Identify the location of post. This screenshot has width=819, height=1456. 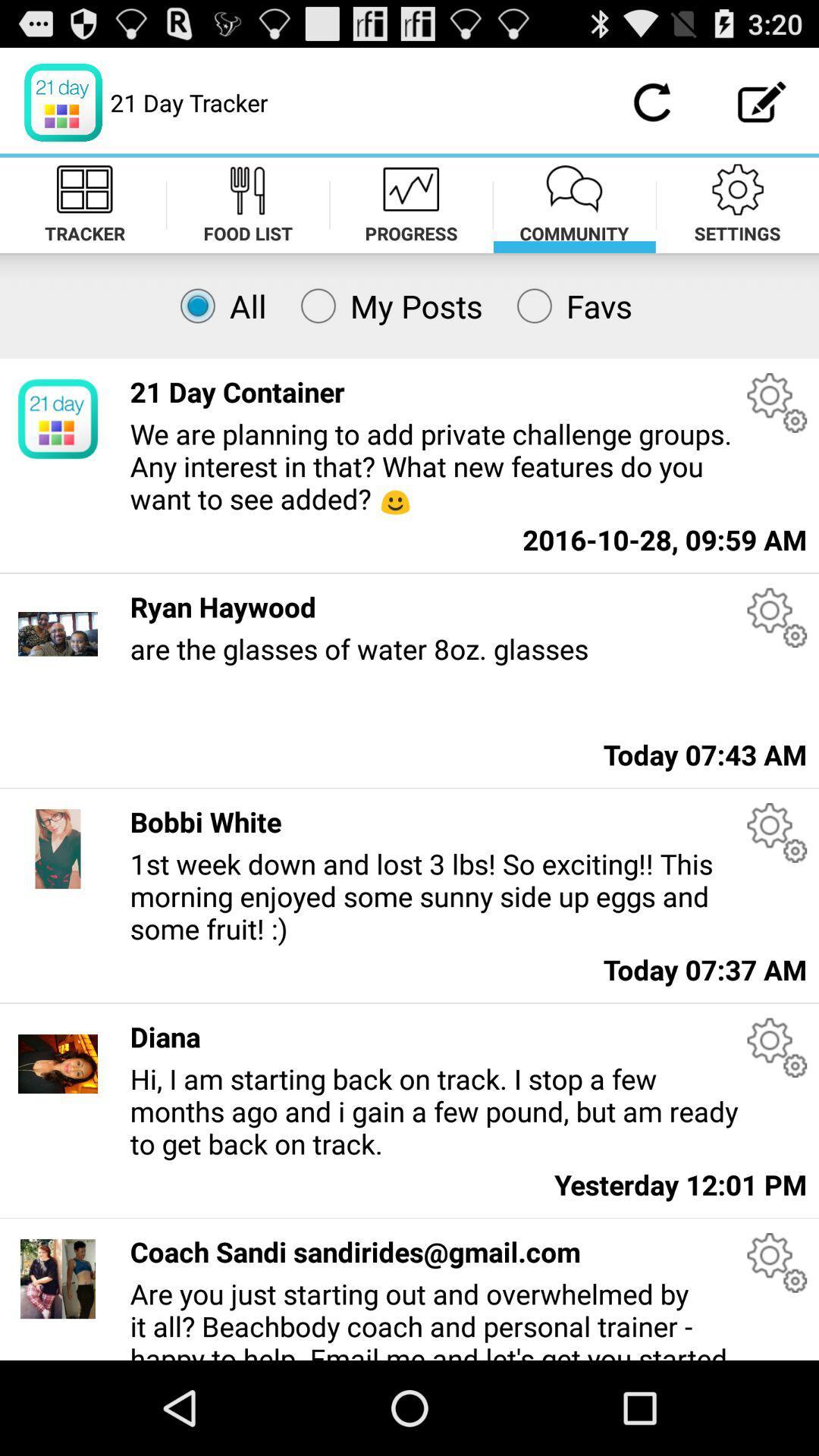
(763, 102).